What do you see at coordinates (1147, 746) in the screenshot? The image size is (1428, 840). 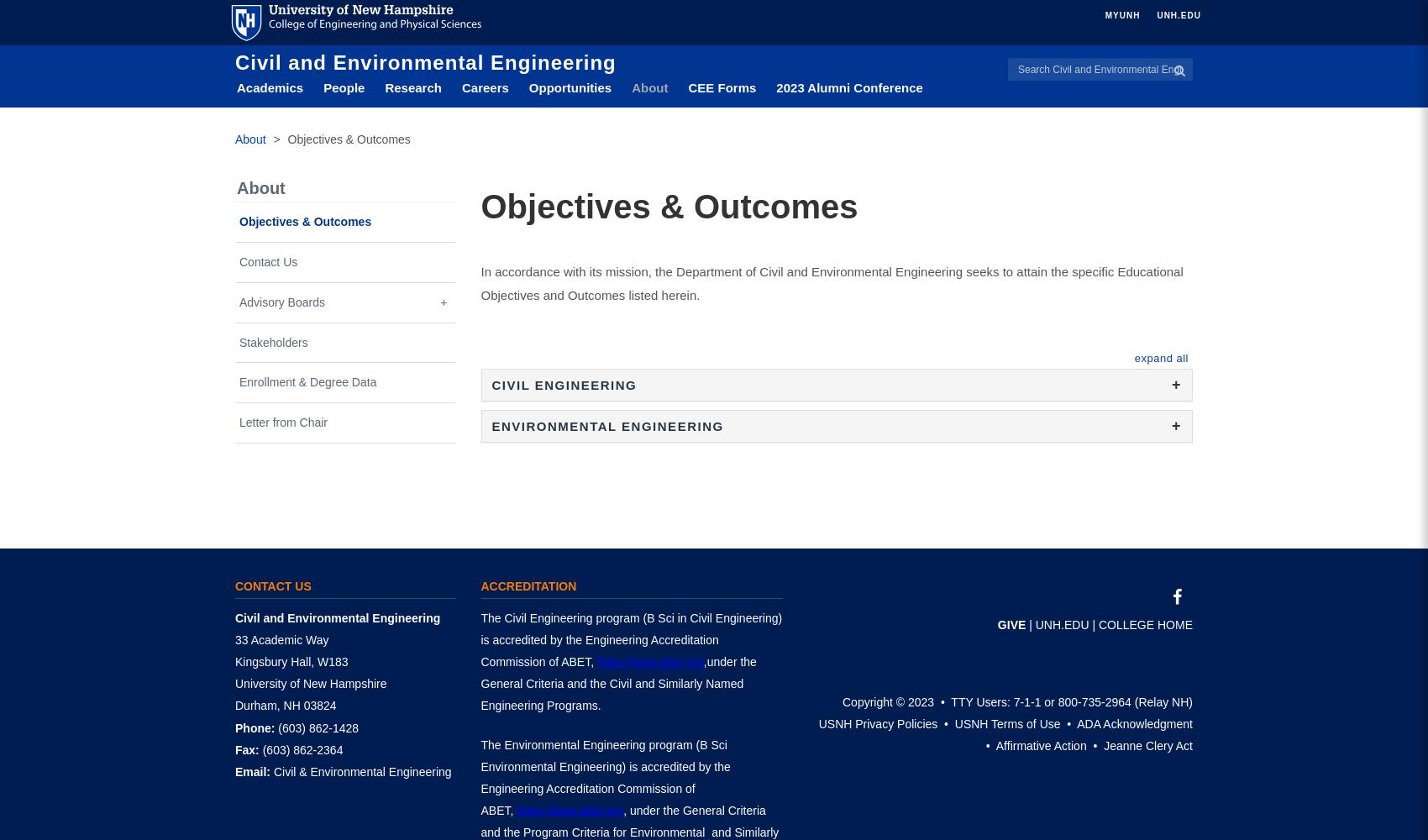 I see `'Jeanne Clery Act'` at bounding box center [1147, 746].